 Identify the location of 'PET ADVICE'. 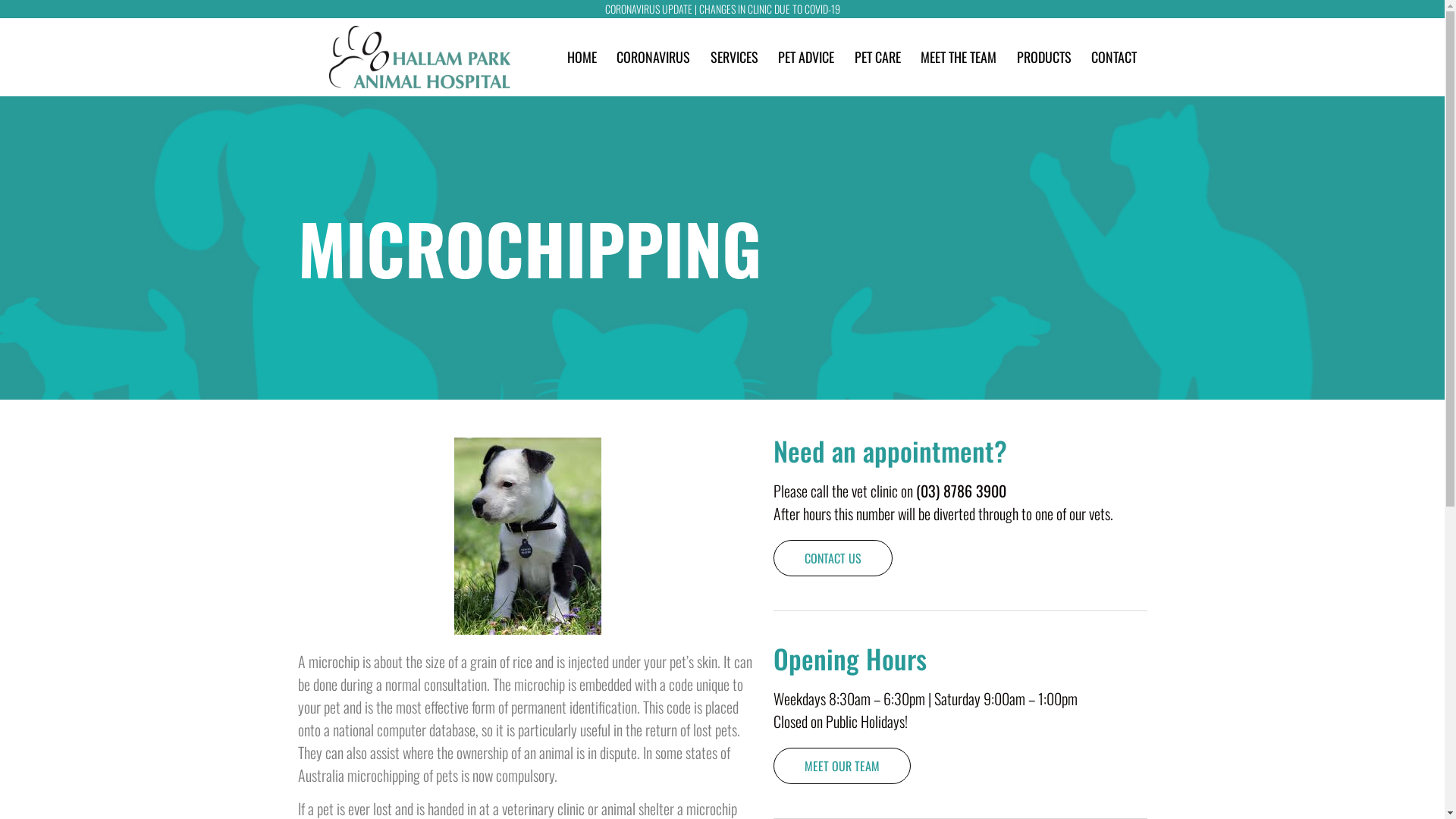
(805, 55).